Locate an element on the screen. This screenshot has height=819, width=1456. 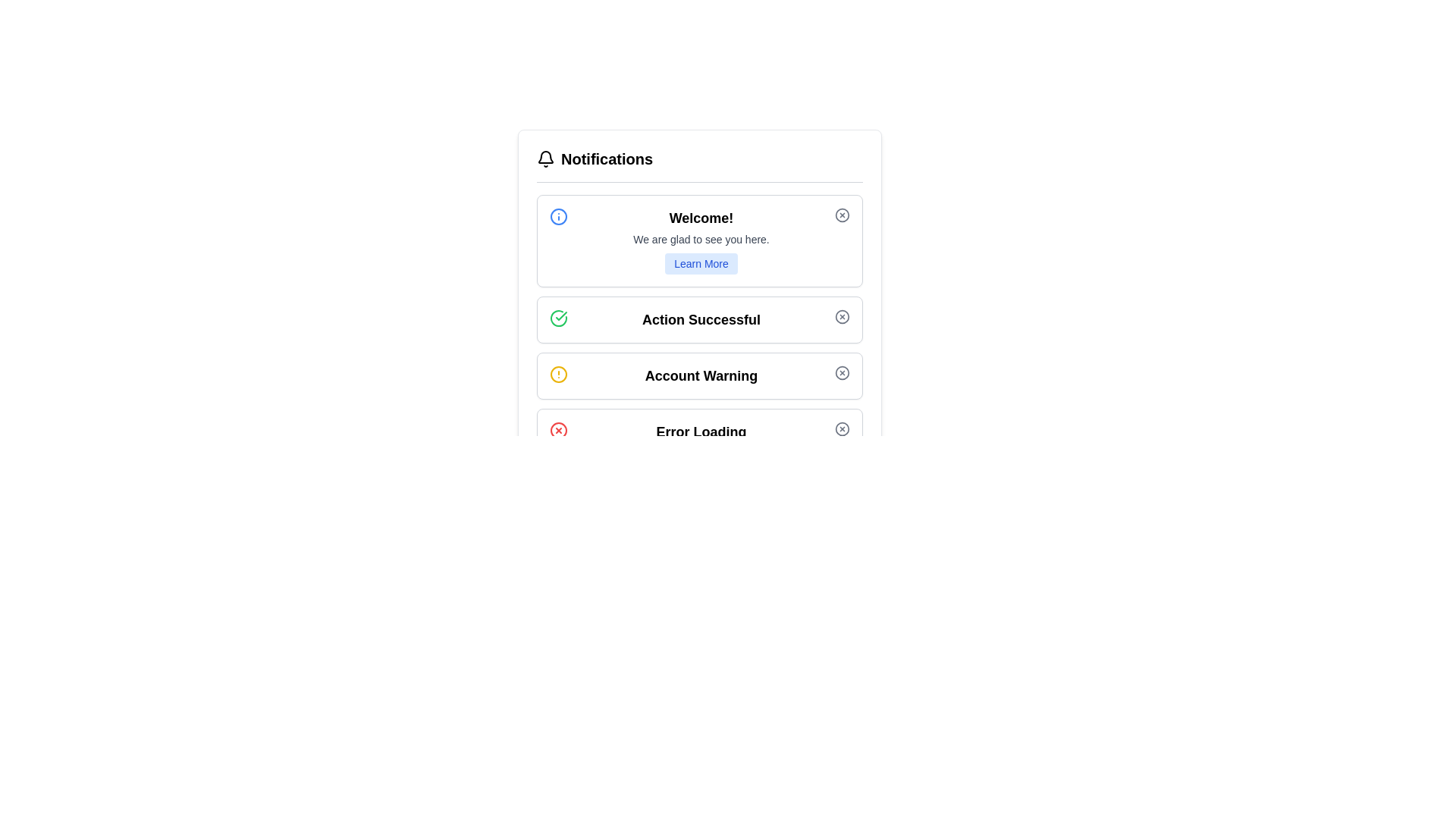
the checkmark icon inside the green circle located in the notification labeled 'Action Successful' is located at coordinates (558, 318).